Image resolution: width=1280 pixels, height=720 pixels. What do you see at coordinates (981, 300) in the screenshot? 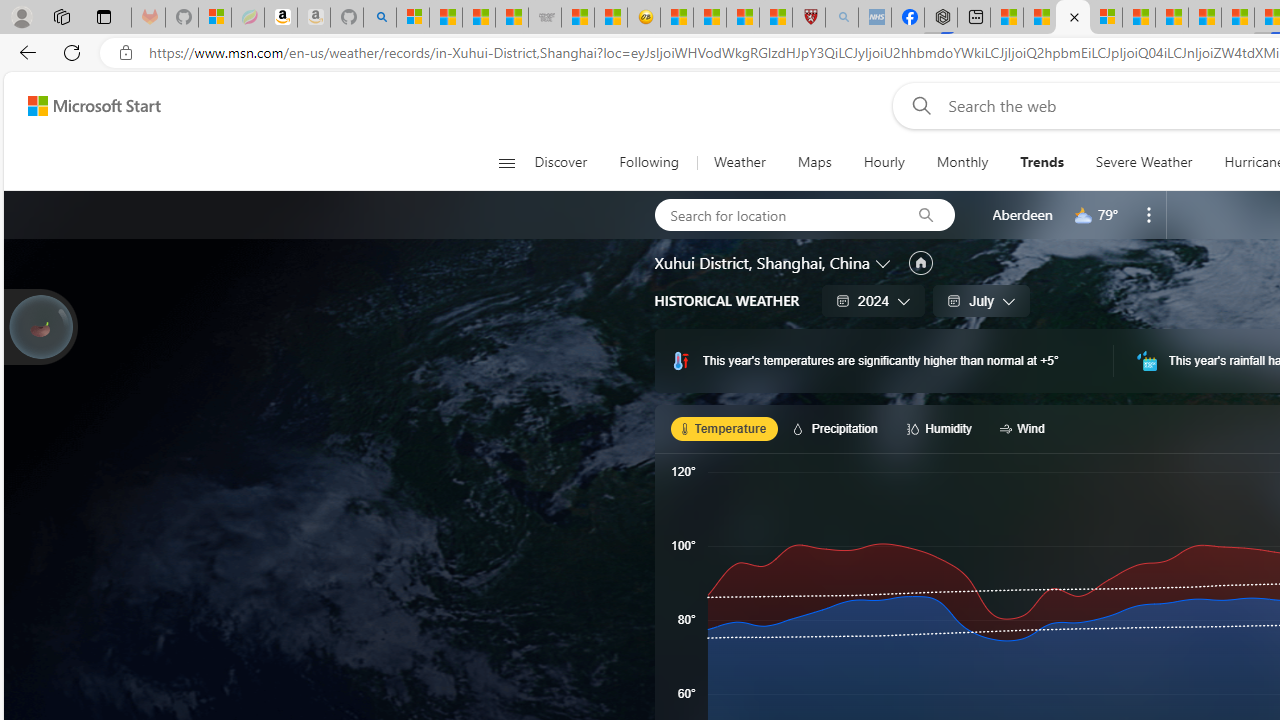
I see `'July'` at bounding box center [981, 300].